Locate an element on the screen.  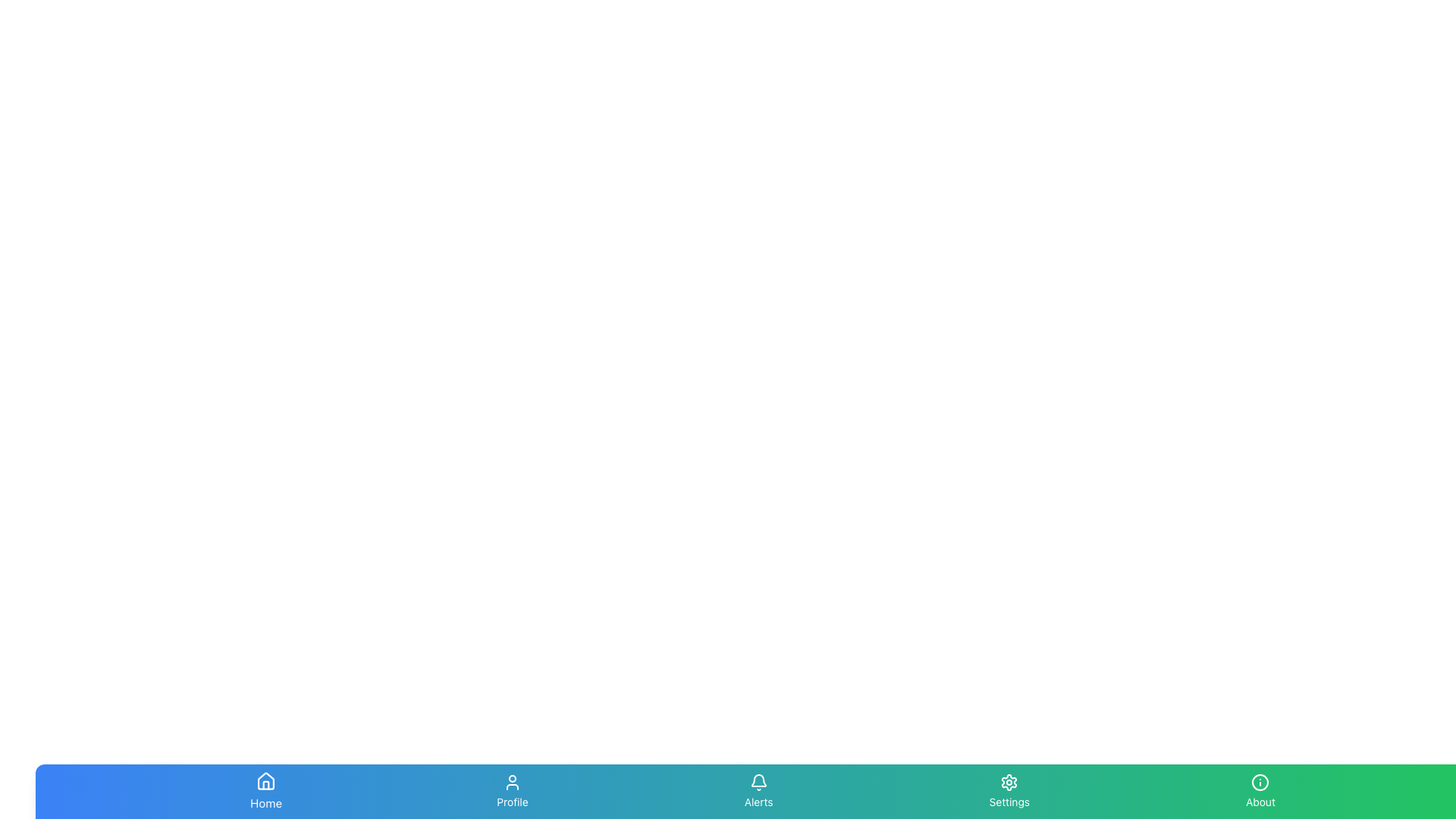
the 'Alerts' text label located in the navigation bar below the bell icon, which is centered among other items such as 'Profile' and 'Settings' is located at coordinates (758, 801).